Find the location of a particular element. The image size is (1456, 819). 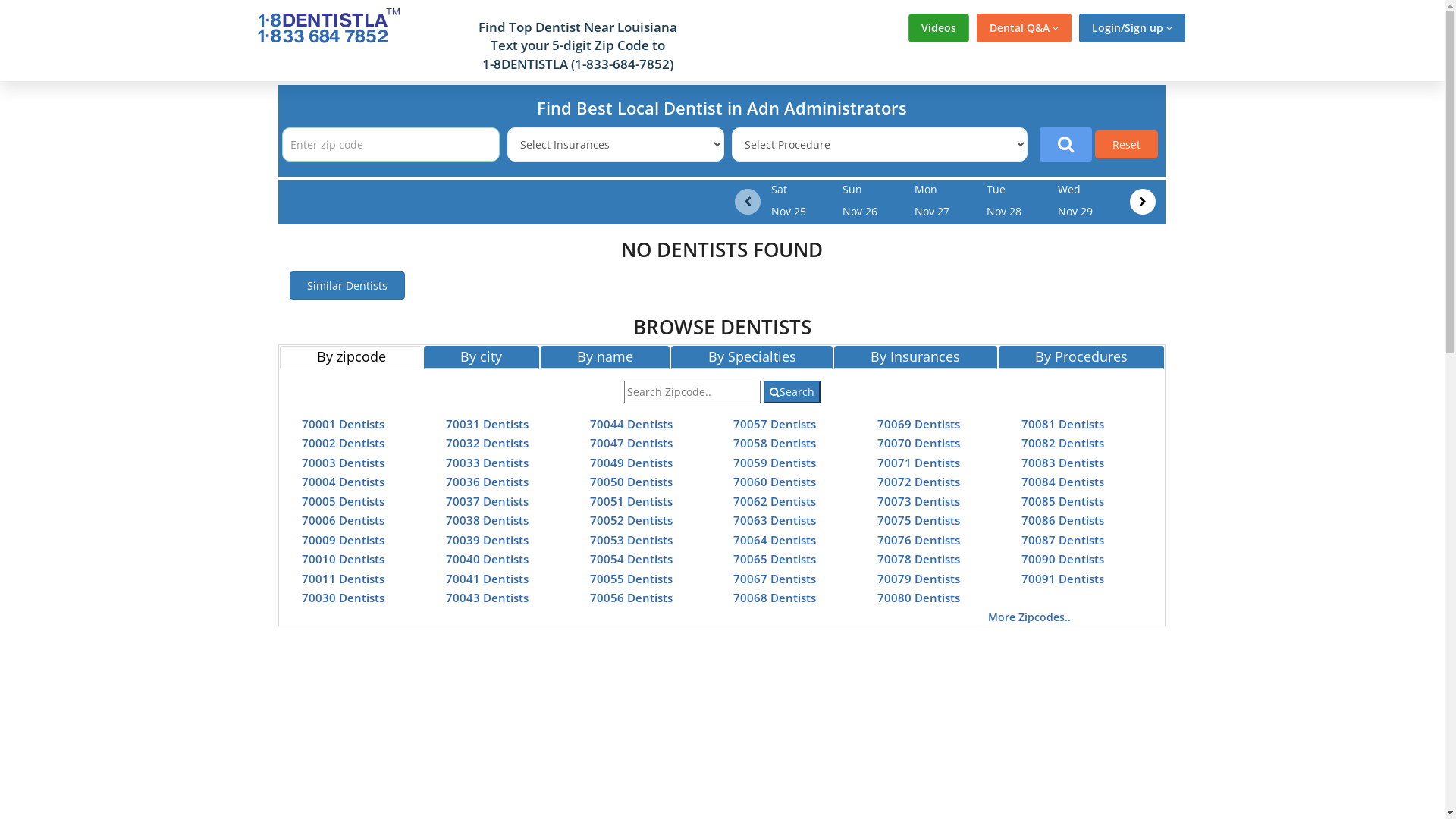

'70068 Dentists' is located at coordinates (774, 596).